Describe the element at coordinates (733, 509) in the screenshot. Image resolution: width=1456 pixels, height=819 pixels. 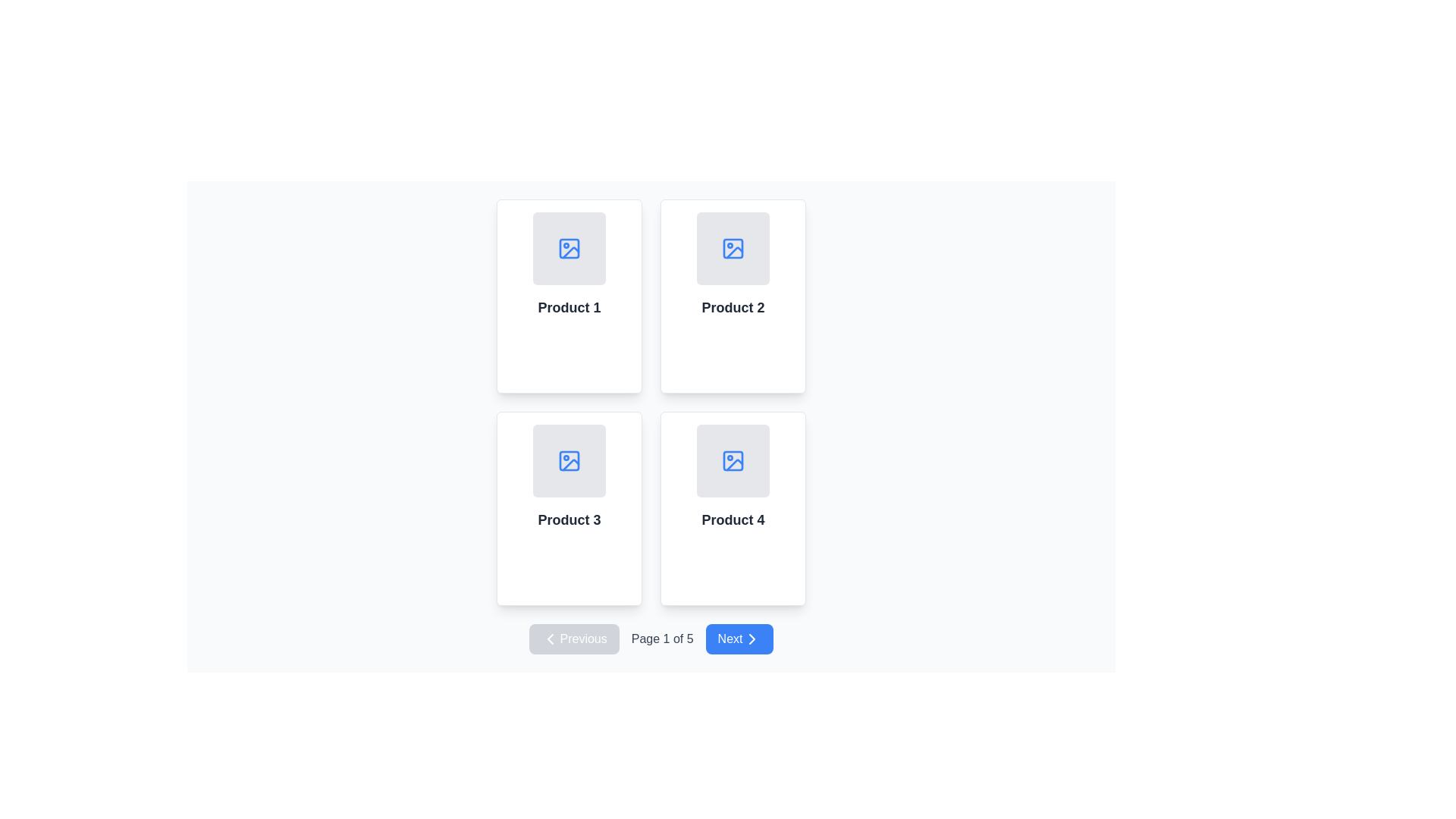
I see `the product card representing 'Product 4', located in the second column and second row of a 2x2 grid layout` at that location.